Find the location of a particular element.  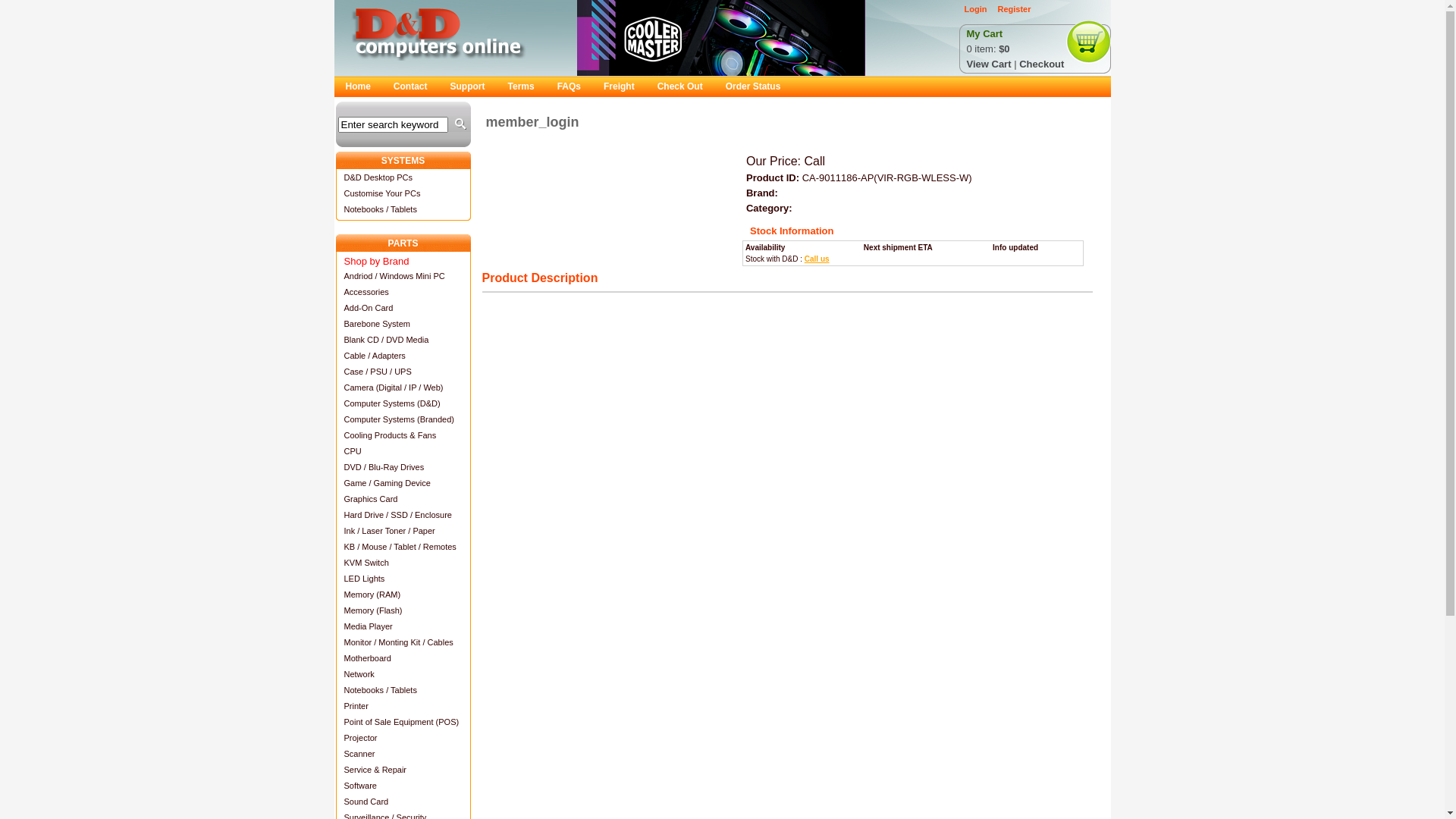

'Blank CD / DVD Media' is located at coordinates (403, 338).